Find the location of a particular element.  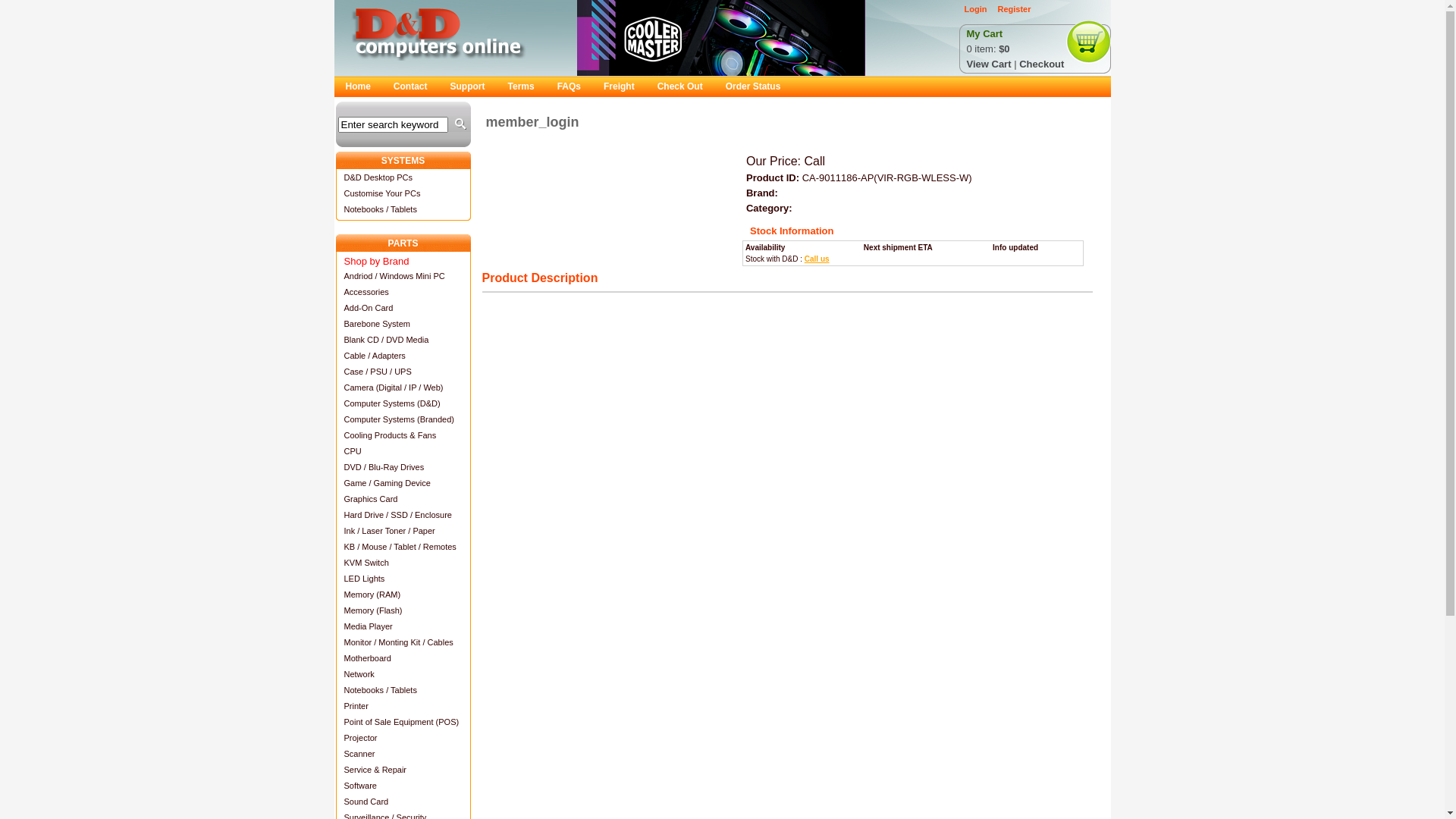

'Blank CD / DVD Media' is located at coordinates (403, 338).